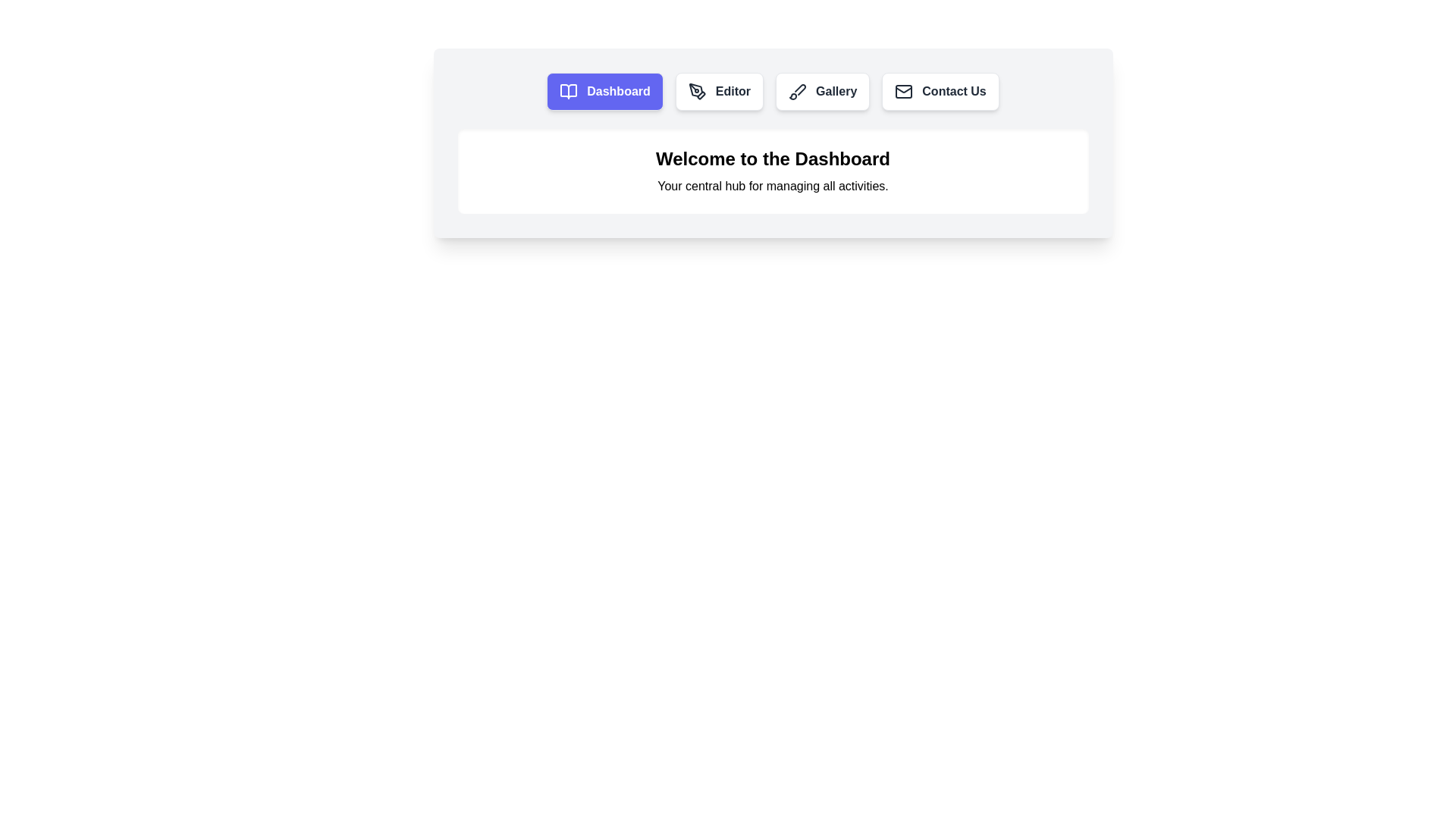 The image size is (1456, 819). Describe the element at coordinates (568, 91) in the screenshot. I see `the dual-page-like icon component that is part of the 'Dashboard' button located on the left of the navigation bar` at that location.